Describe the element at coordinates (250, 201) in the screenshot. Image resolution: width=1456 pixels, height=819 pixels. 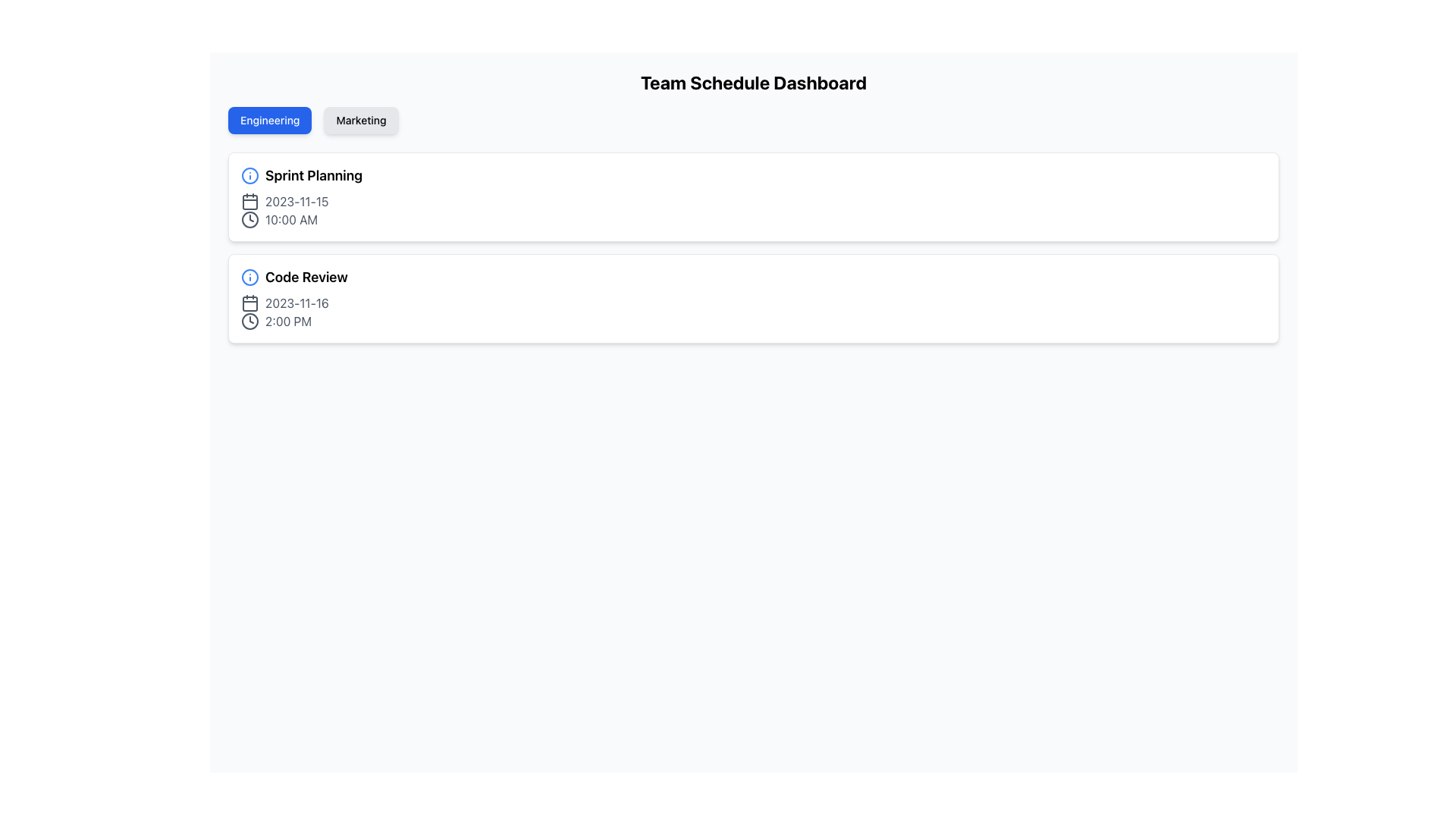
I see `the central rectangular region of the calendar icon, which visually represents dates or events in the interface, located adjacent to the 'Sprint Planning' text in the schedule dashboard` at that location.